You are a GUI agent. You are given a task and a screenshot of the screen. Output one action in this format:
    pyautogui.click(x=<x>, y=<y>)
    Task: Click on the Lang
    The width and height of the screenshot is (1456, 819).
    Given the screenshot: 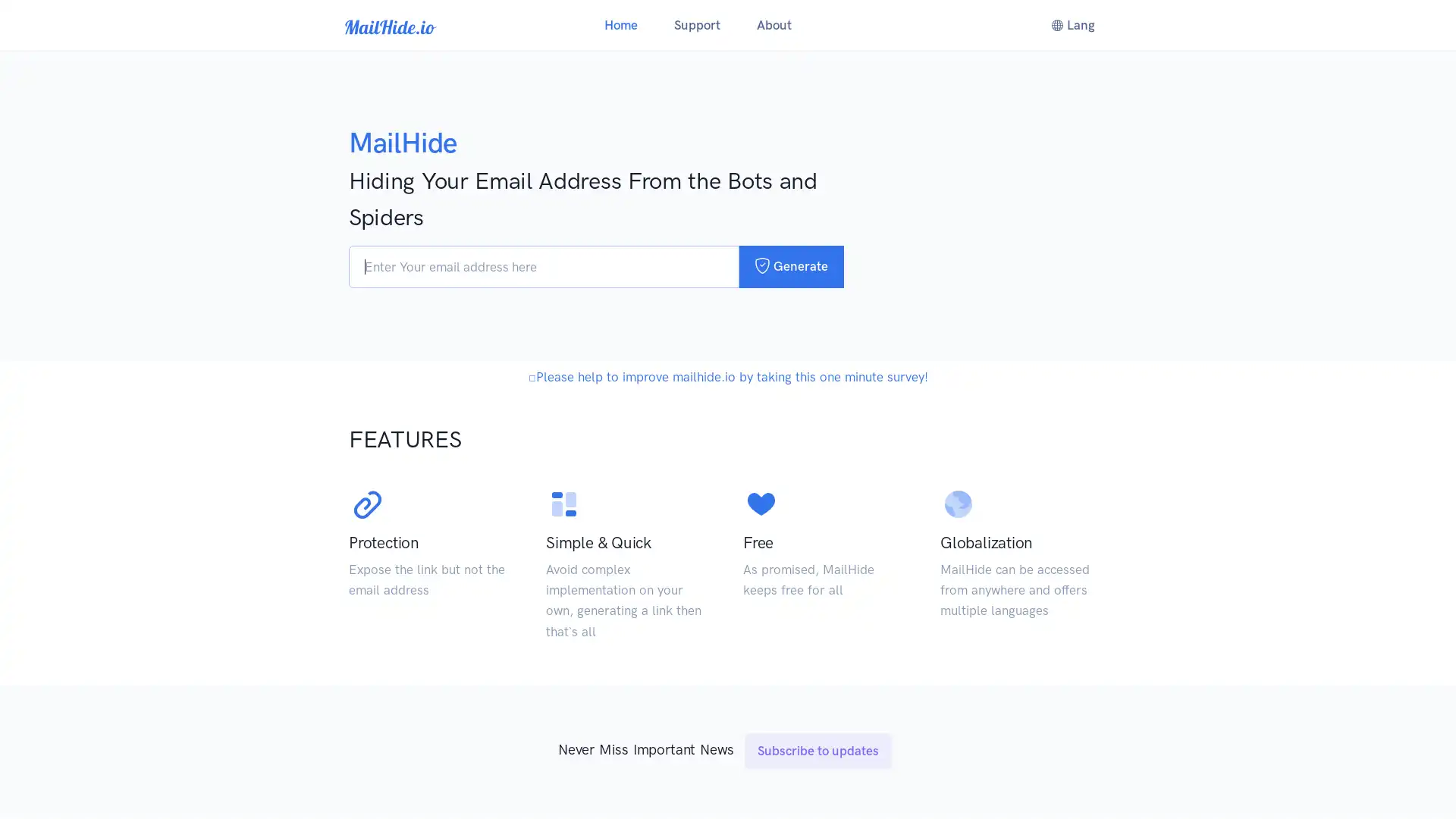 What is the action you would take?
    pyautogui.click(x=1072, y=25)
    